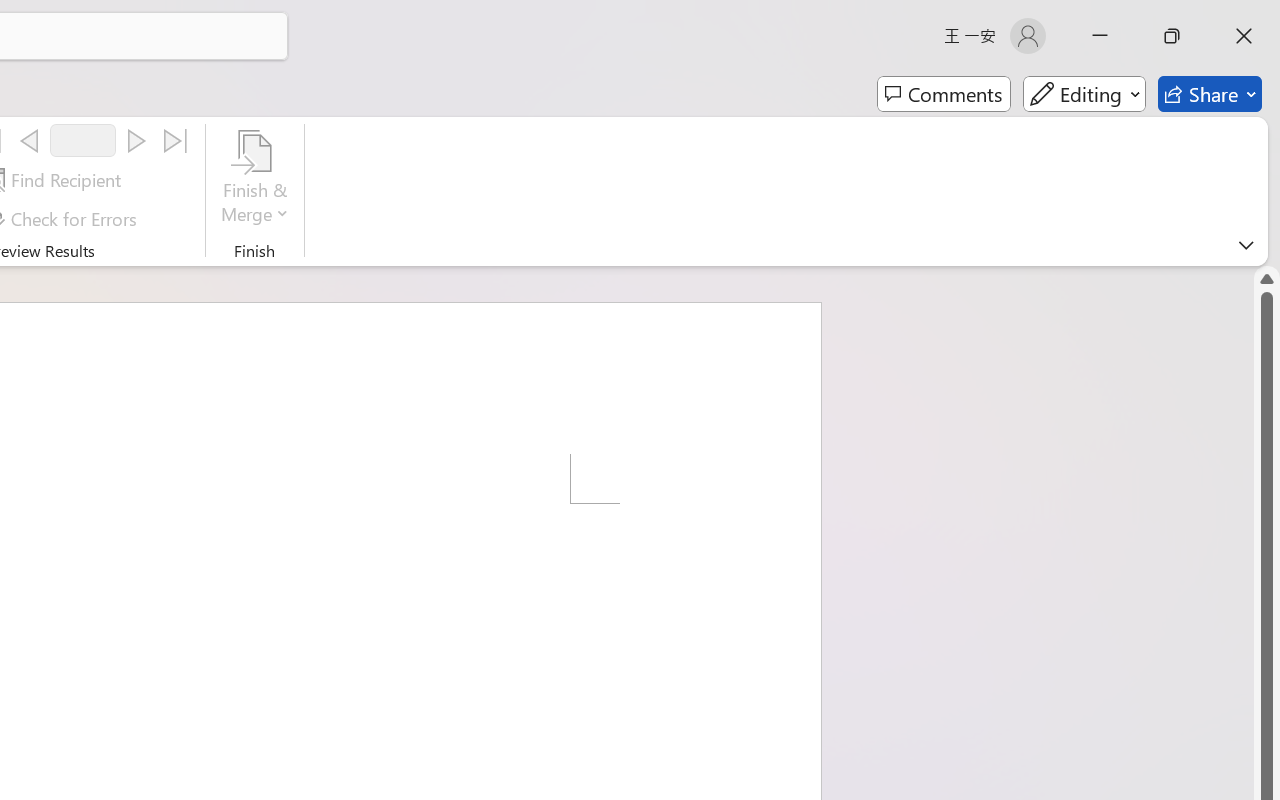  Describe the element at coordinates (176, 141) in the screenshot. I see `'Last'` at that location.